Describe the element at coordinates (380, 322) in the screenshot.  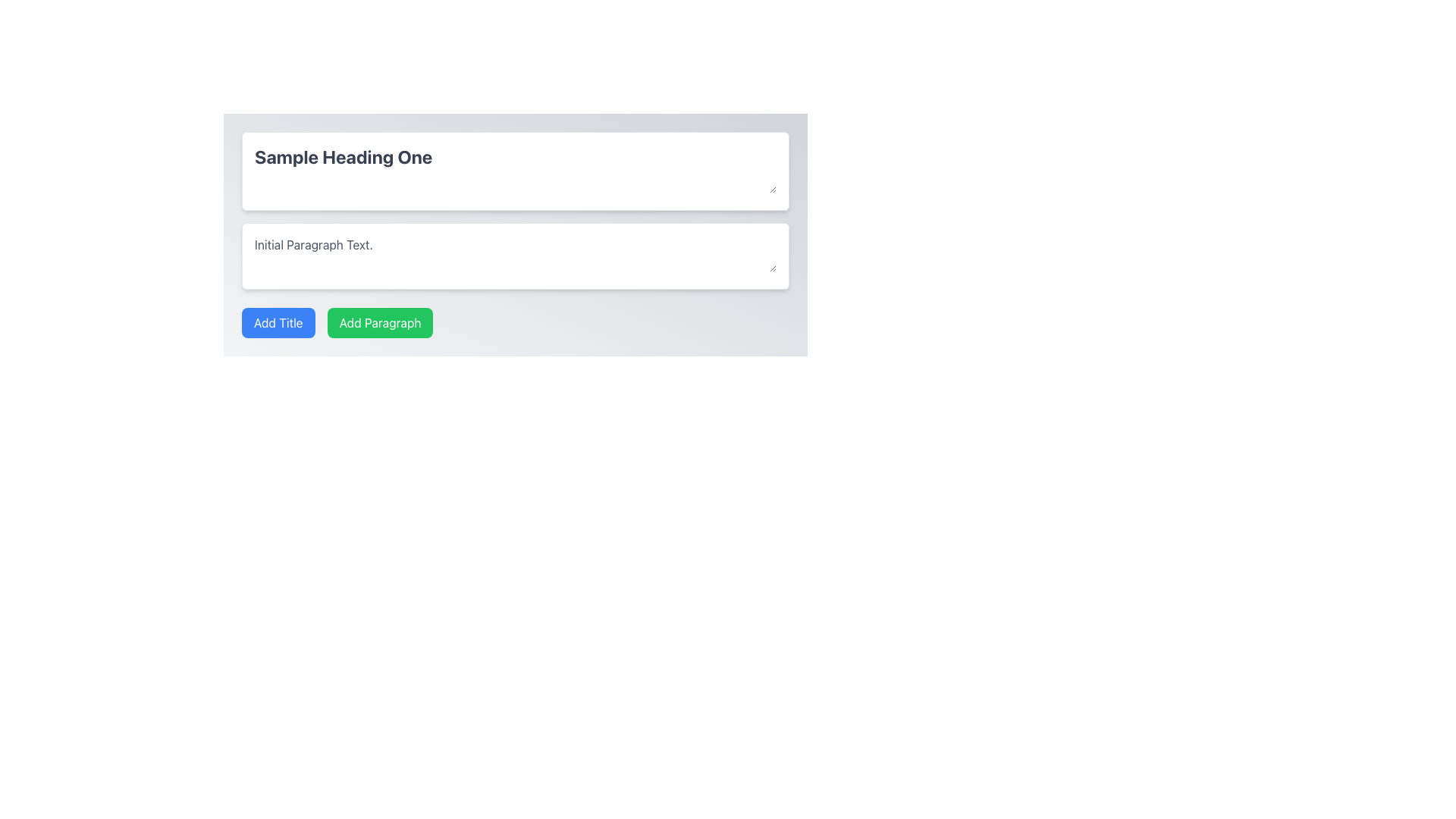
I see `the button located at the bottom section of the interface, to the right of the blue button labeled 'Add Title'` at that location.